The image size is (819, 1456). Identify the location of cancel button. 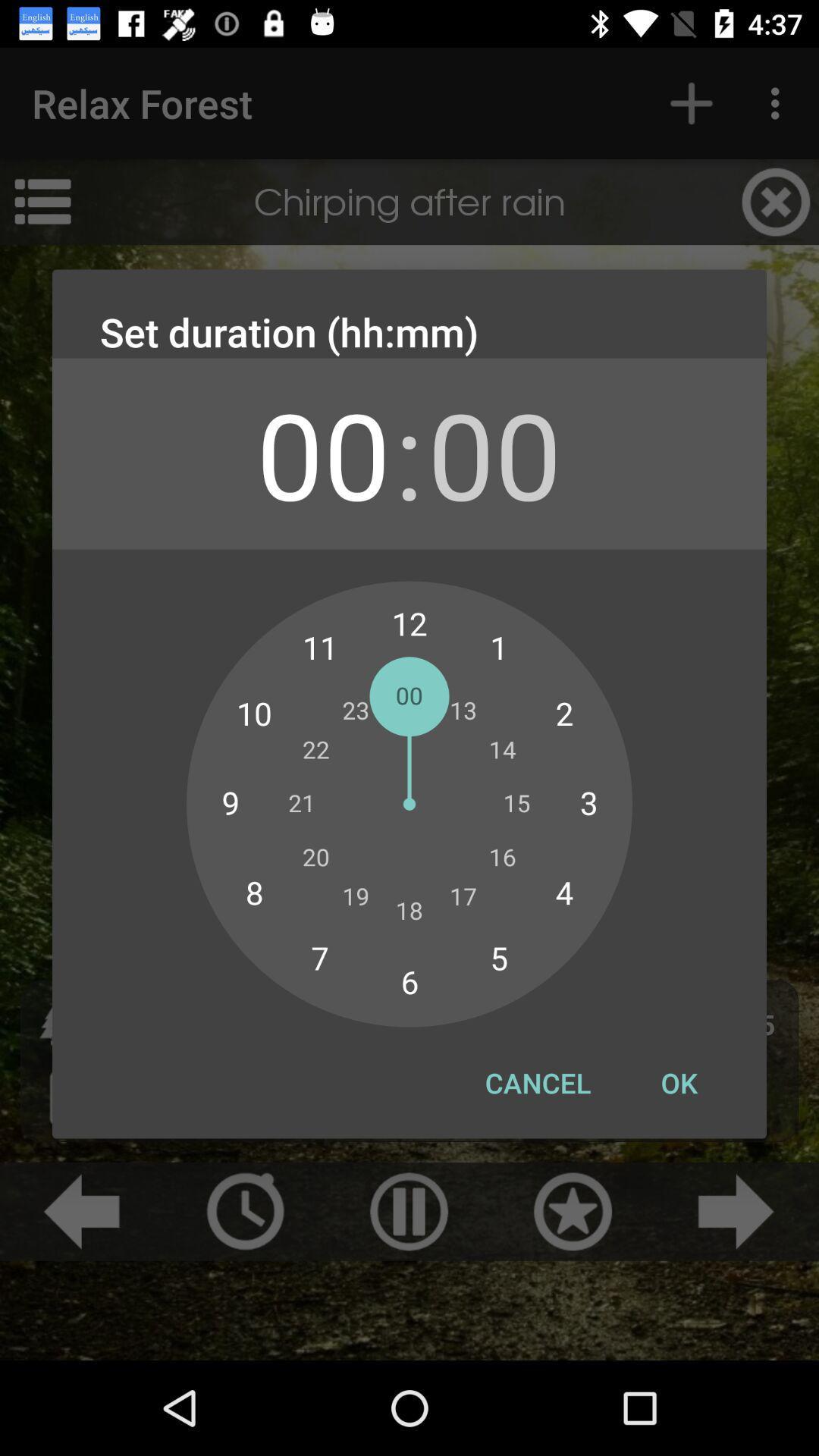
(537, 1082).